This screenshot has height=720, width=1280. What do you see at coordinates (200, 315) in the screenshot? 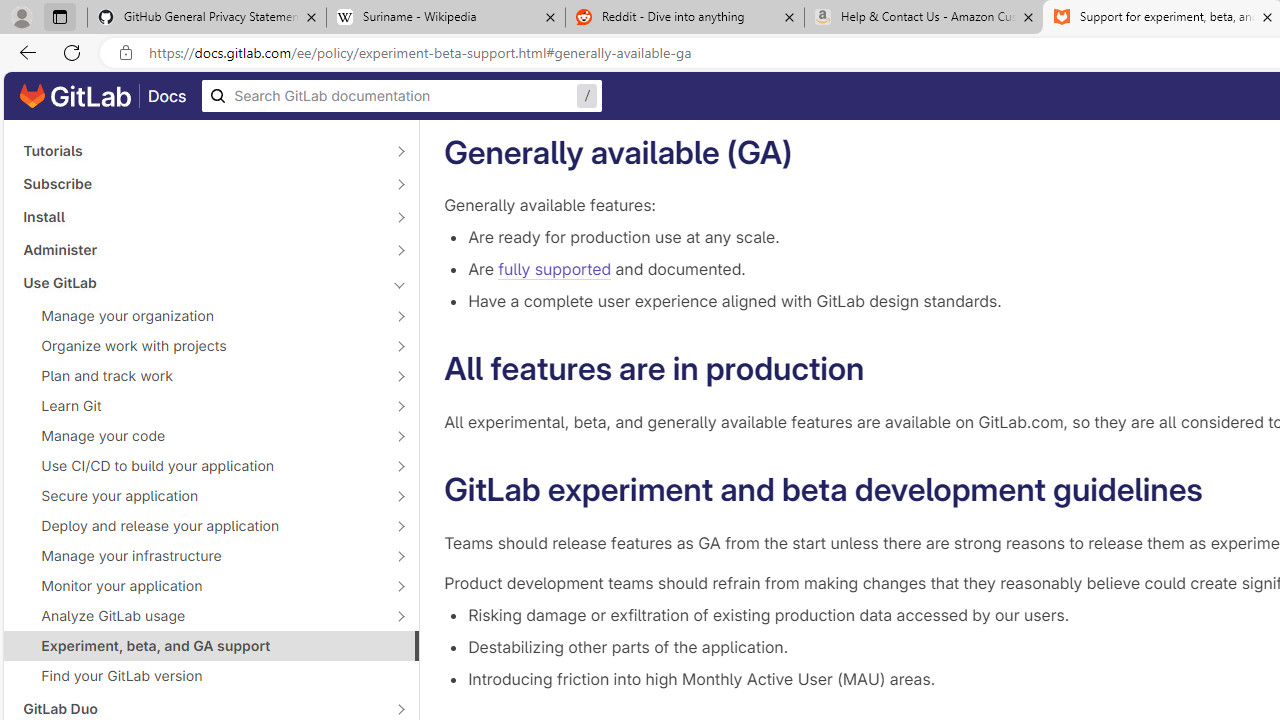
I see `'Manage your organization'` at bounding box center [200, 315].